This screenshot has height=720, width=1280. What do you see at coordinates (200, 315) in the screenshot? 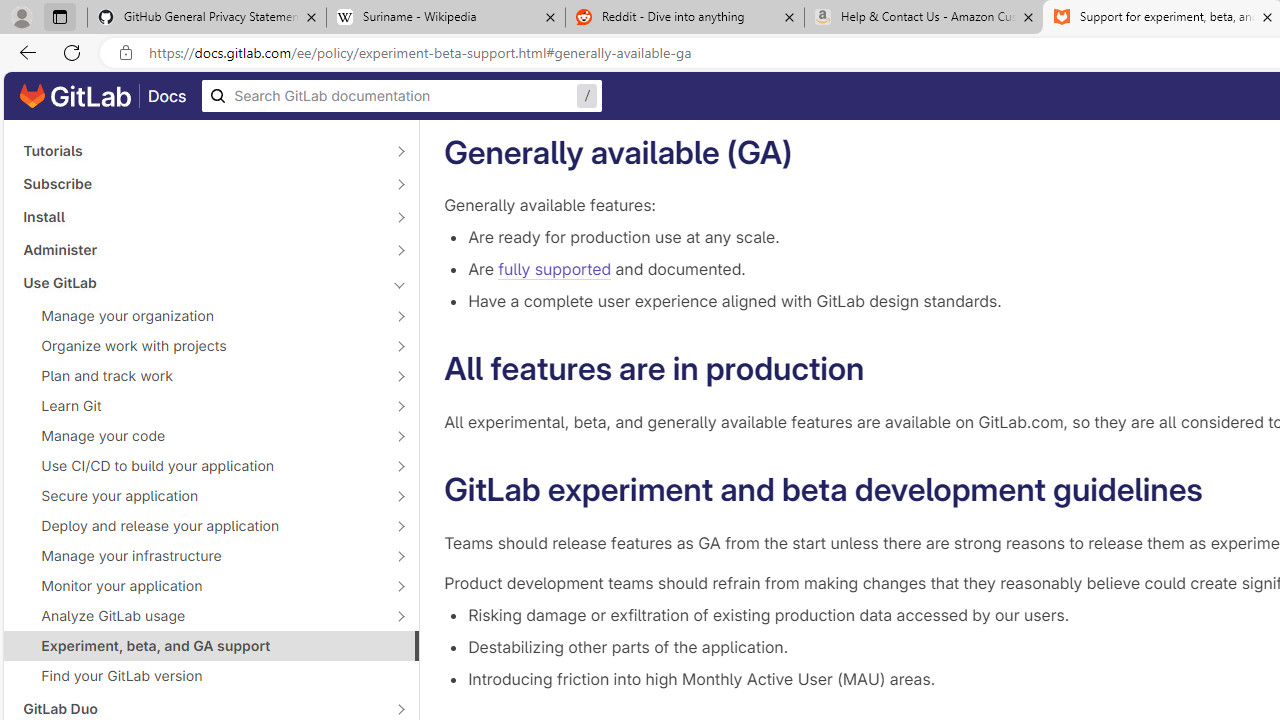
I see `'Manage your organization'` at bounding box center [200, 315].